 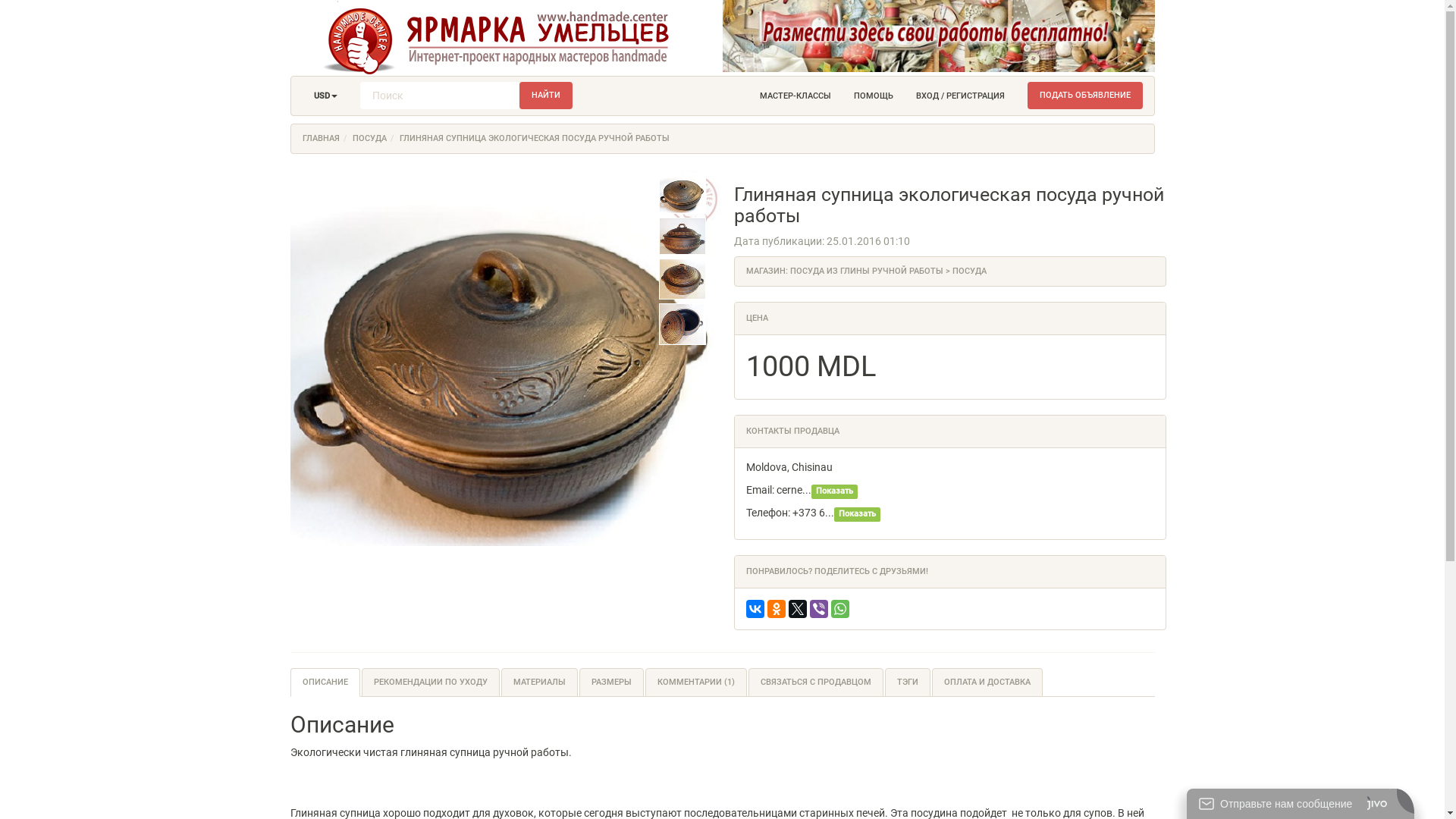 What do you see at coordinates (818, 607) in the screenshot?
I see `'Viber'` at bounding box center [818, 607].